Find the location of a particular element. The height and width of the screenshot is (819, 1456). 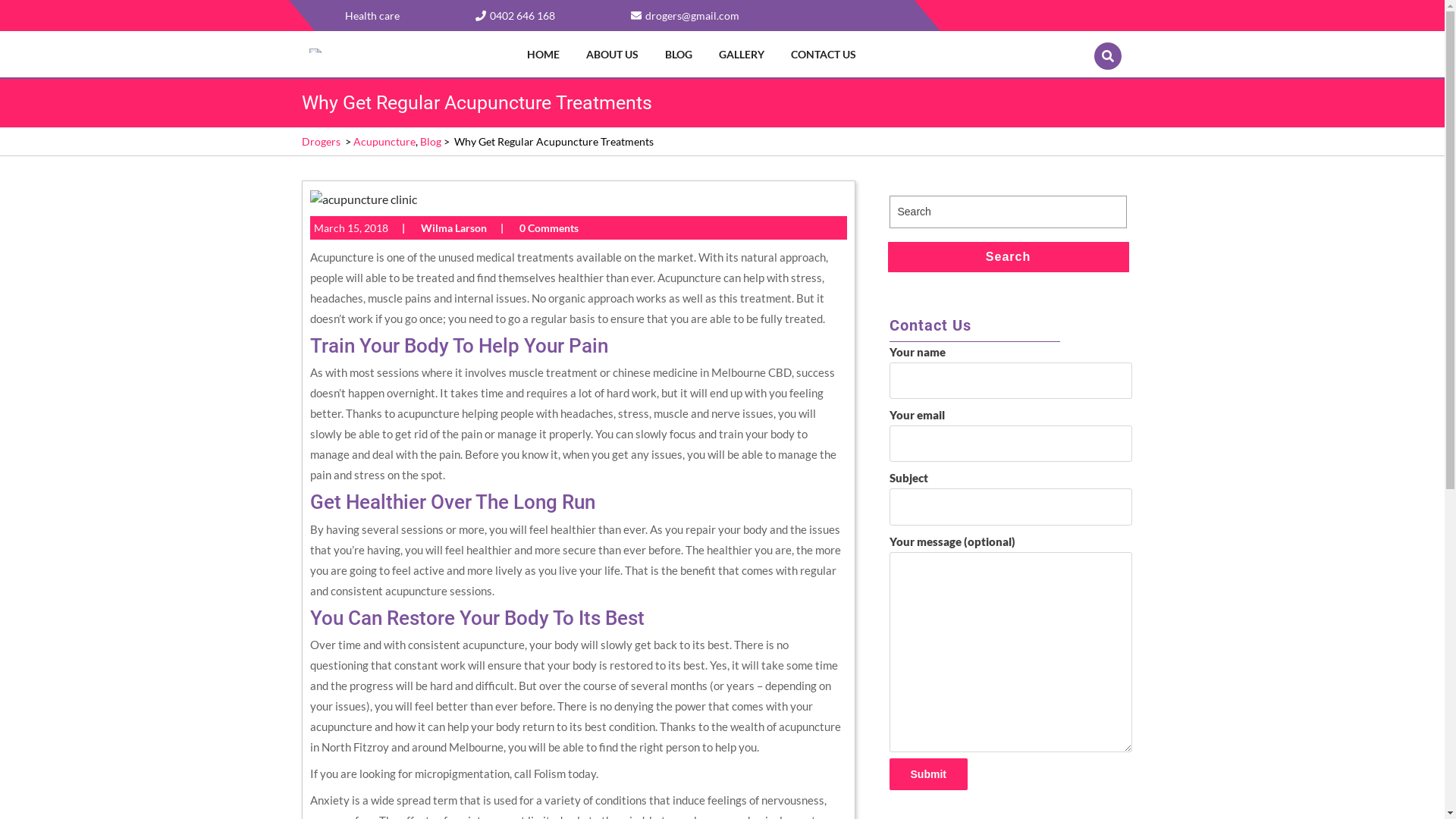

'GALLERY' is located at coordinates (745, 53).